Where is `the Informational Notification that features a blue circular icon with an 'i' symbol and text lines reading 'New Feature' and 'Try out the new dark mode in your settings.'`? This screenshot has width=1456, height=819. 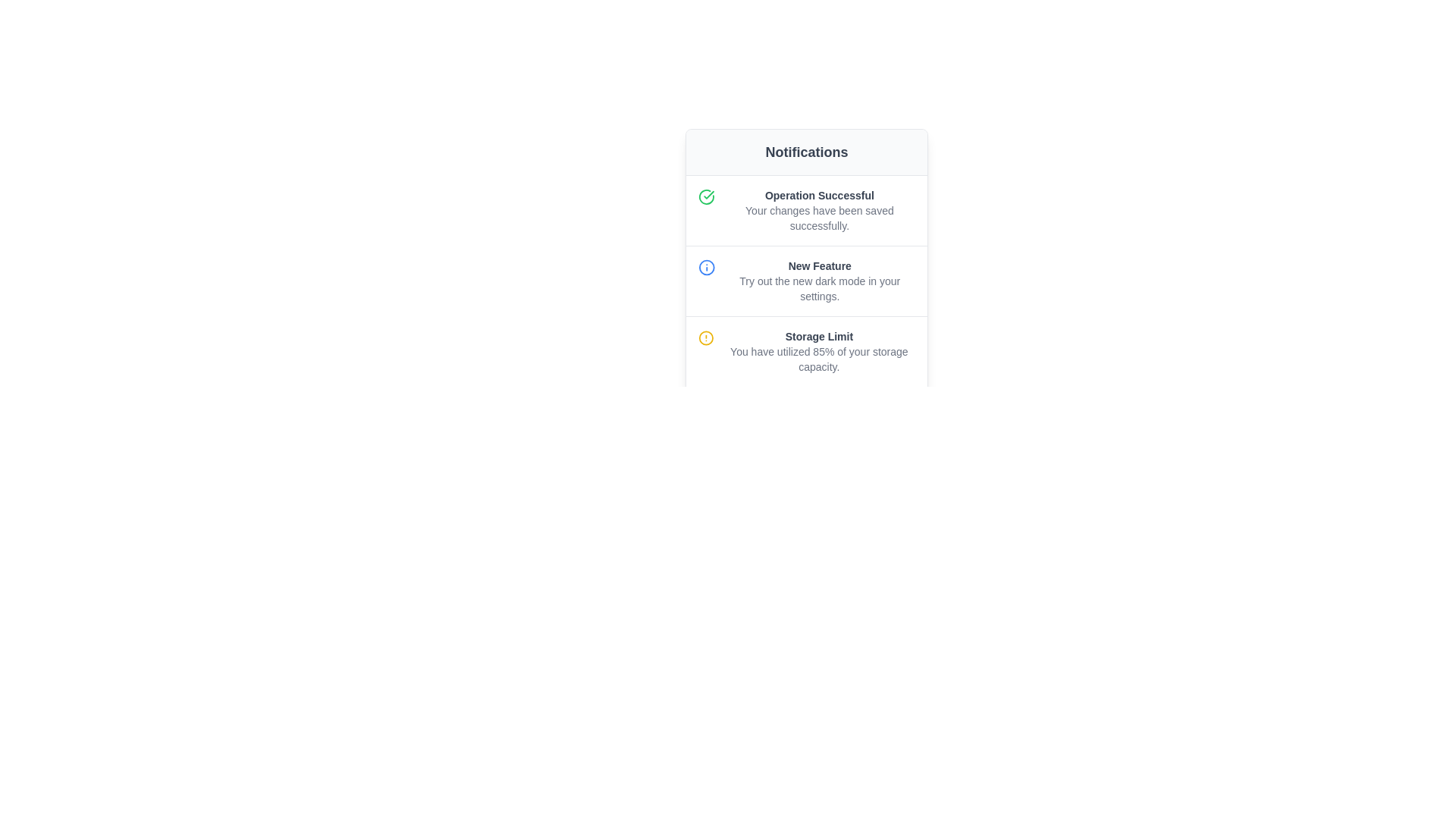
the Informational Notification that features a blue circular icon with an 'i' symbol and text lines reading 'New Feature' and 'Try out the new dark mode in your settings.' is located at coordinates (806, 281).